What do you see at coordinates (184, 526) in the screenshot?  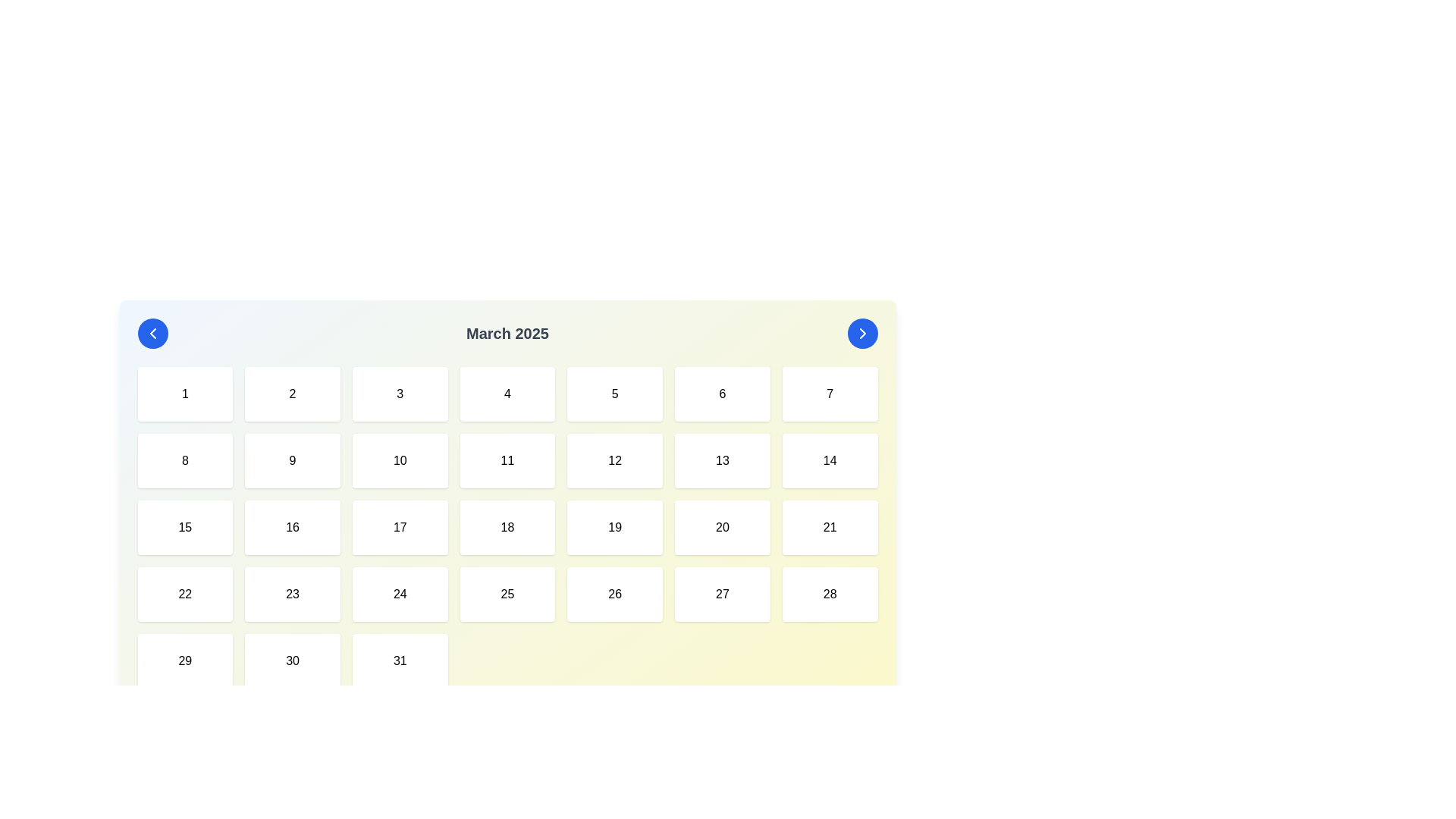 I see `the calendar day marker representing the 15th day of the month` at bounding box center [184, 526].